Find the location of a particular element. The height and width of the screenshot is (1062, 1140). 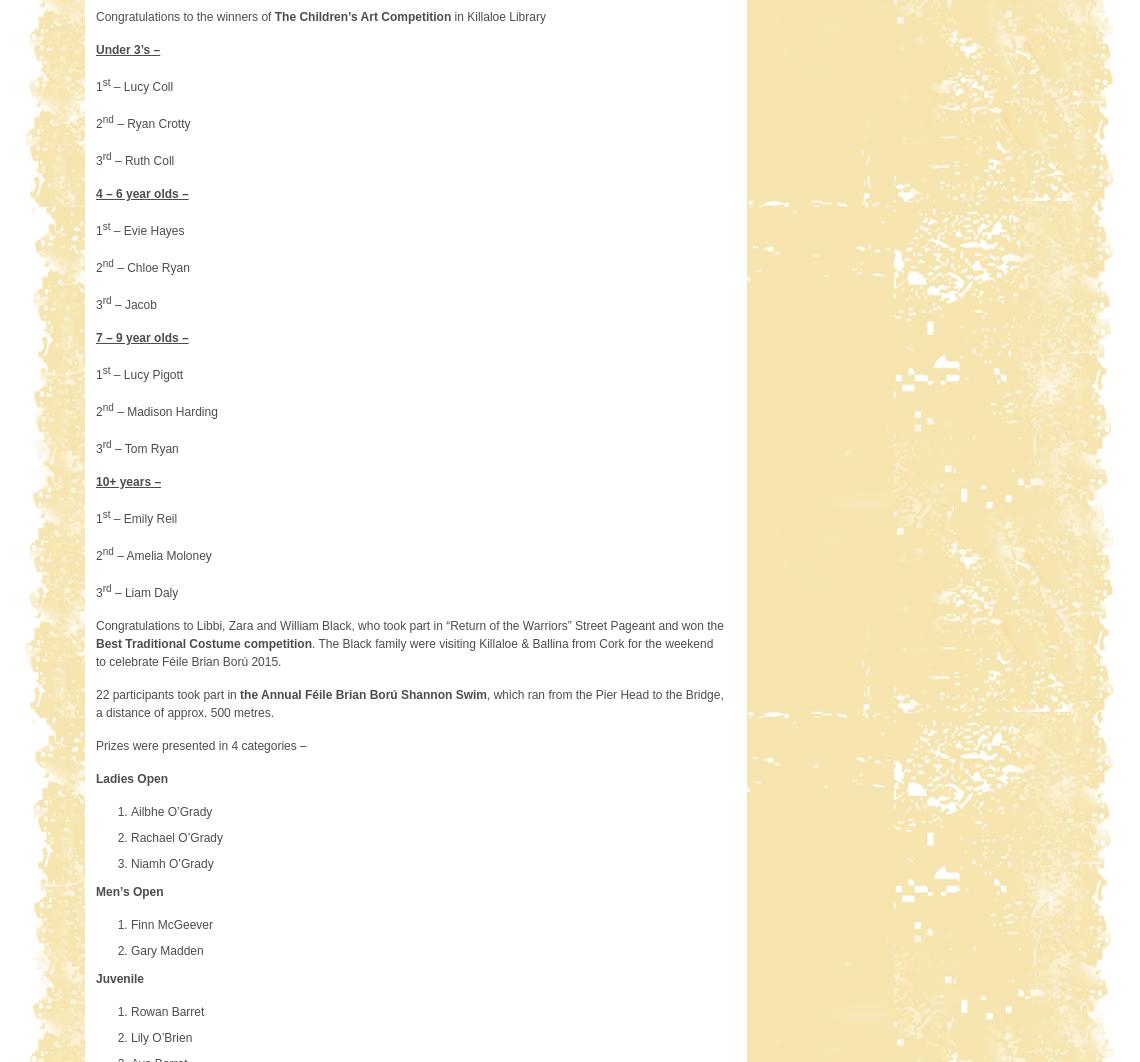

'Juvenile' is located at coordinates (119, 976).